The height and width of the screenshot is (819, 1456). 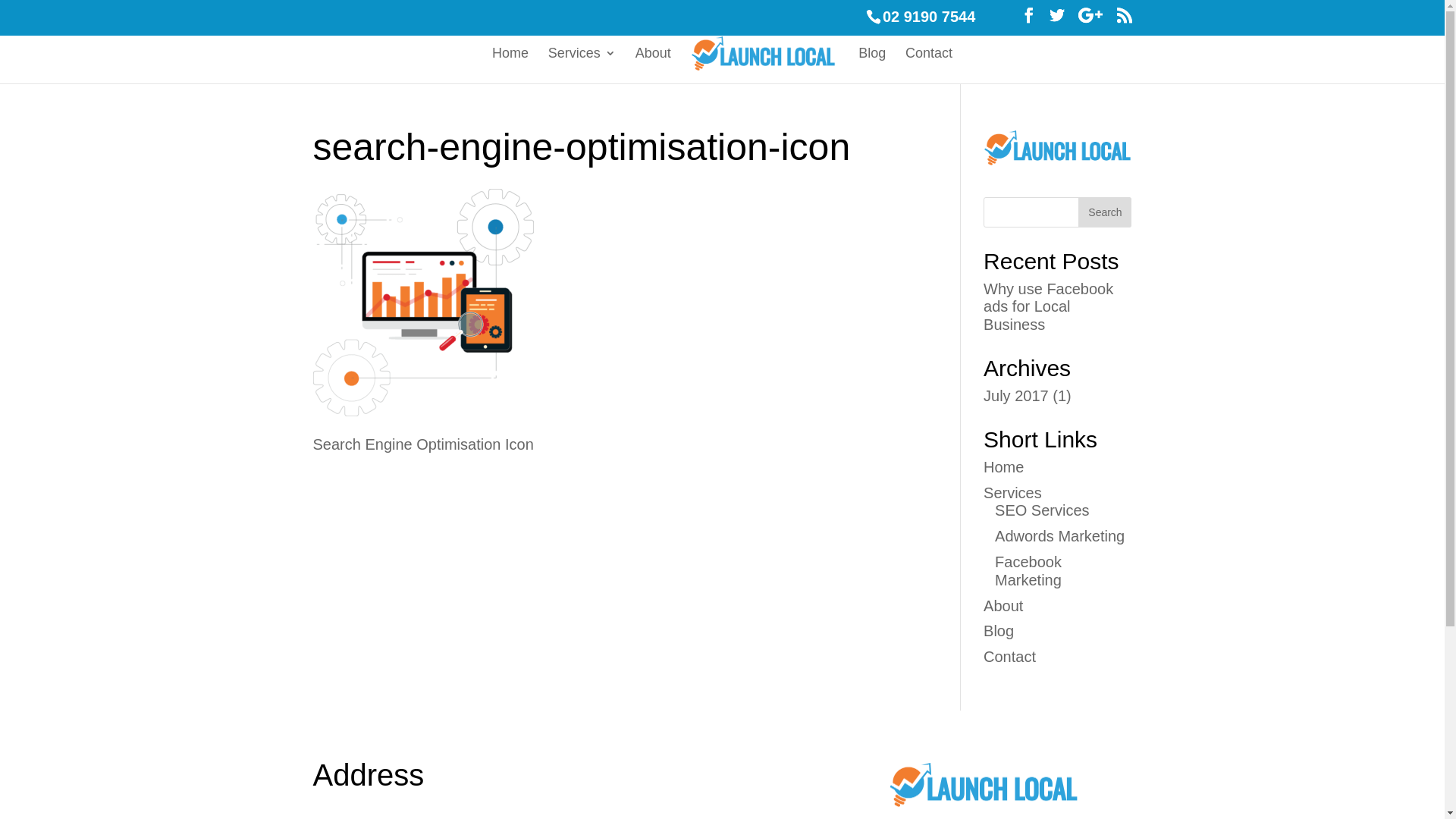 I want to click on 'Search', so click(x=1105, y=212).